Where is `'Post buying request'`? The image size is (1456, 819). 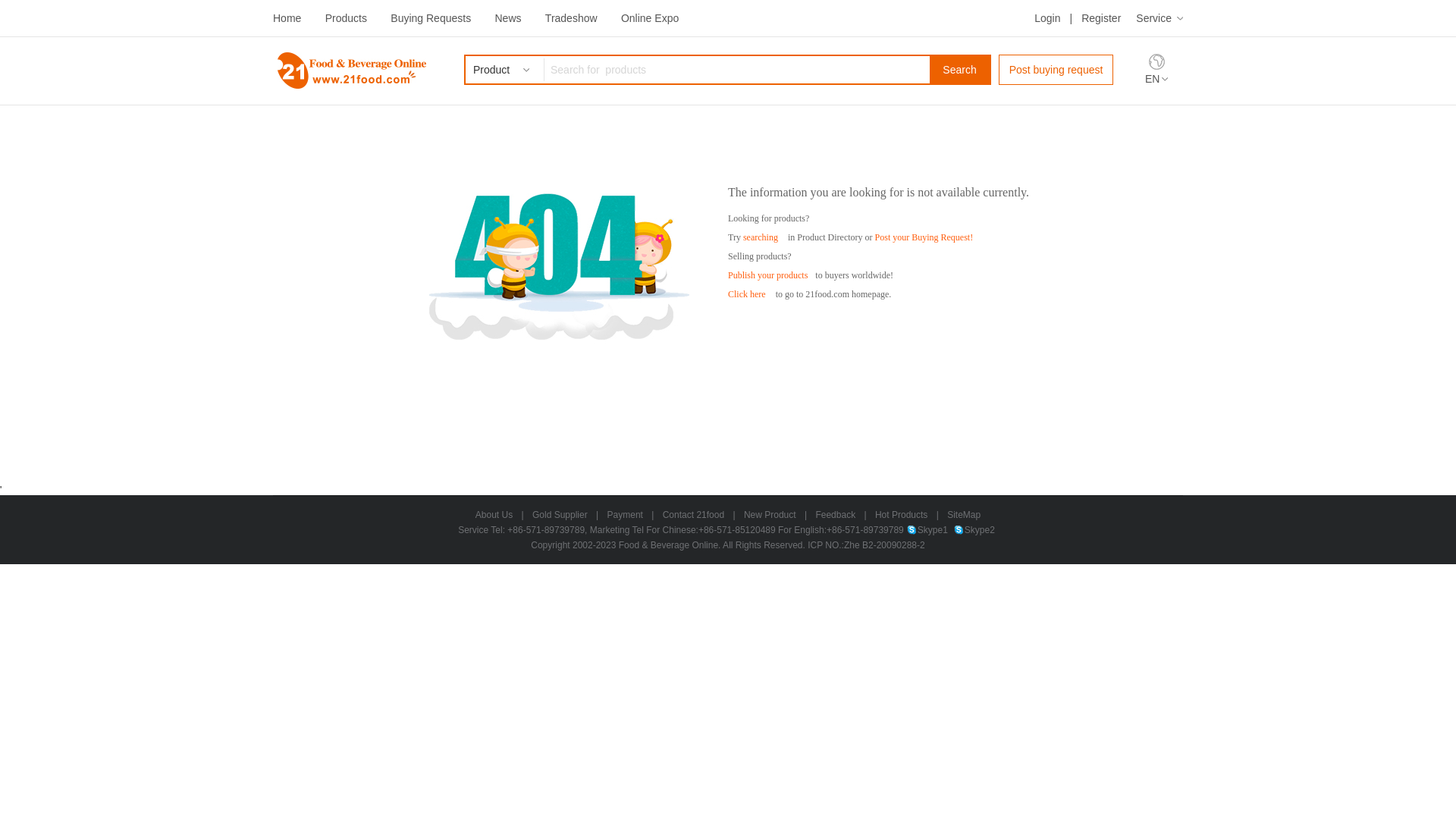 'Post buying request' is located at coordinates (1055, 70).